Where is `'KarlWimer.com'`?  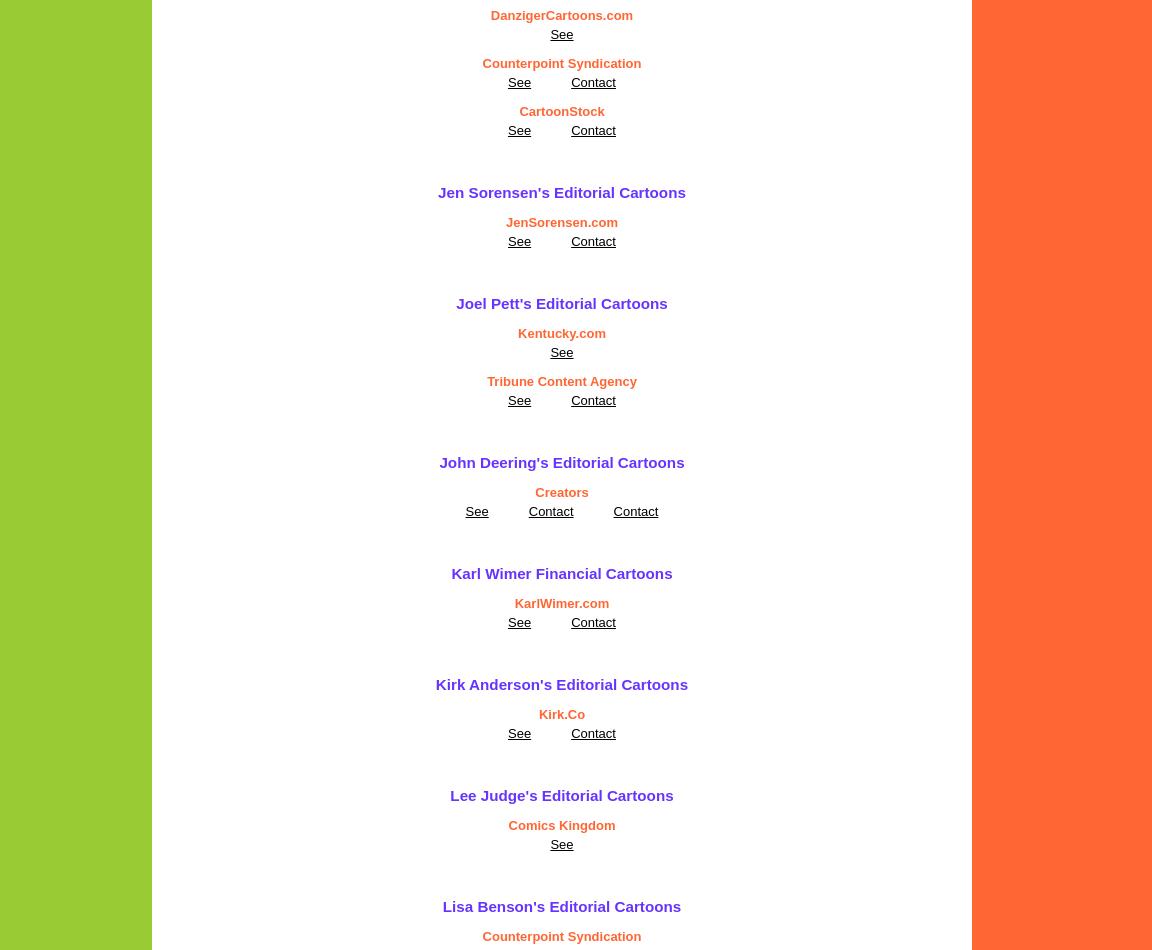
'KarlWimer.com' is located at coordinates (561, 603).